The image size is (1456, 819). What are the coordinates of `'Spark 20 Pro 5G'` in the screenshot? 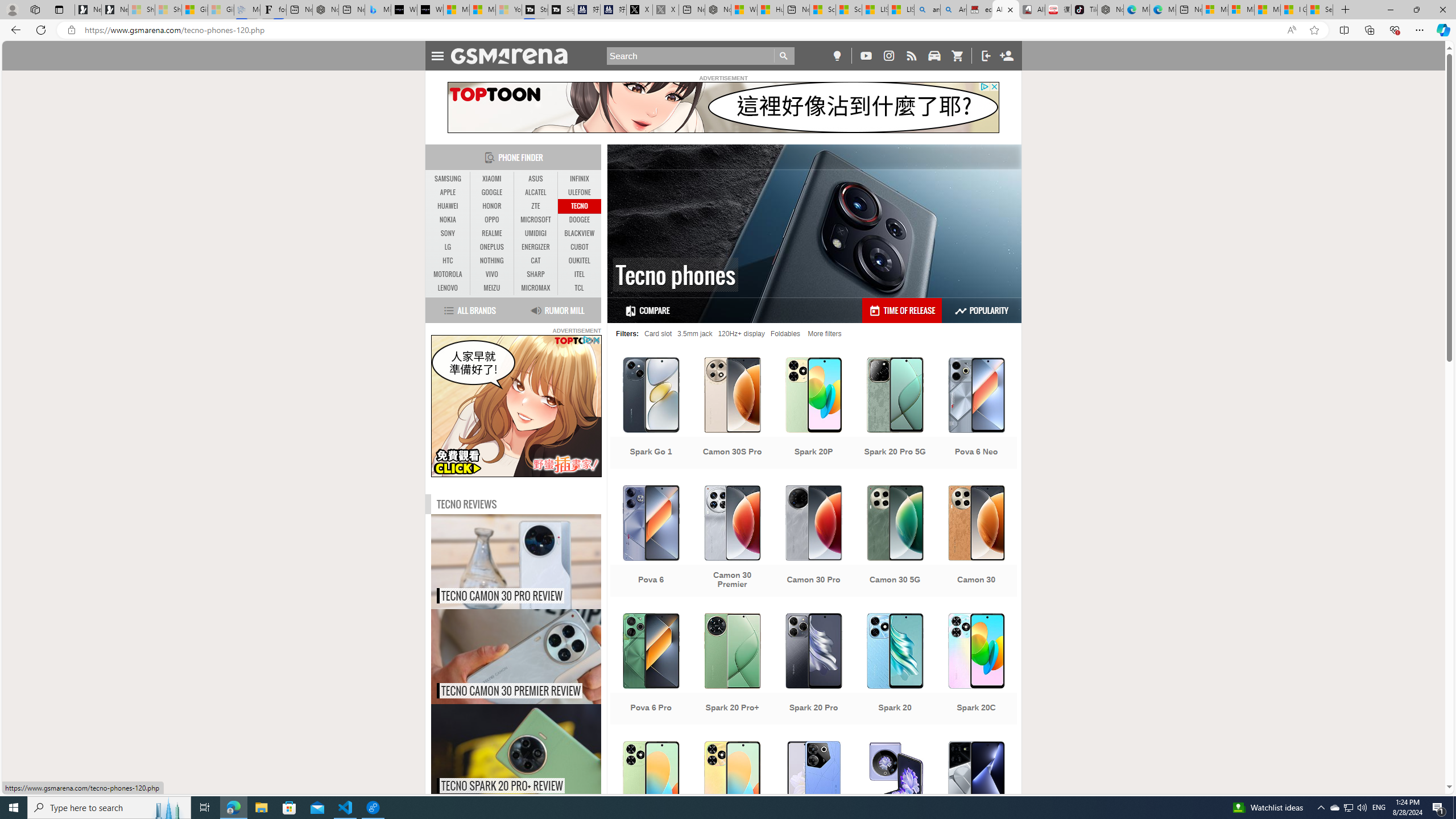 It's located at (895, 413).